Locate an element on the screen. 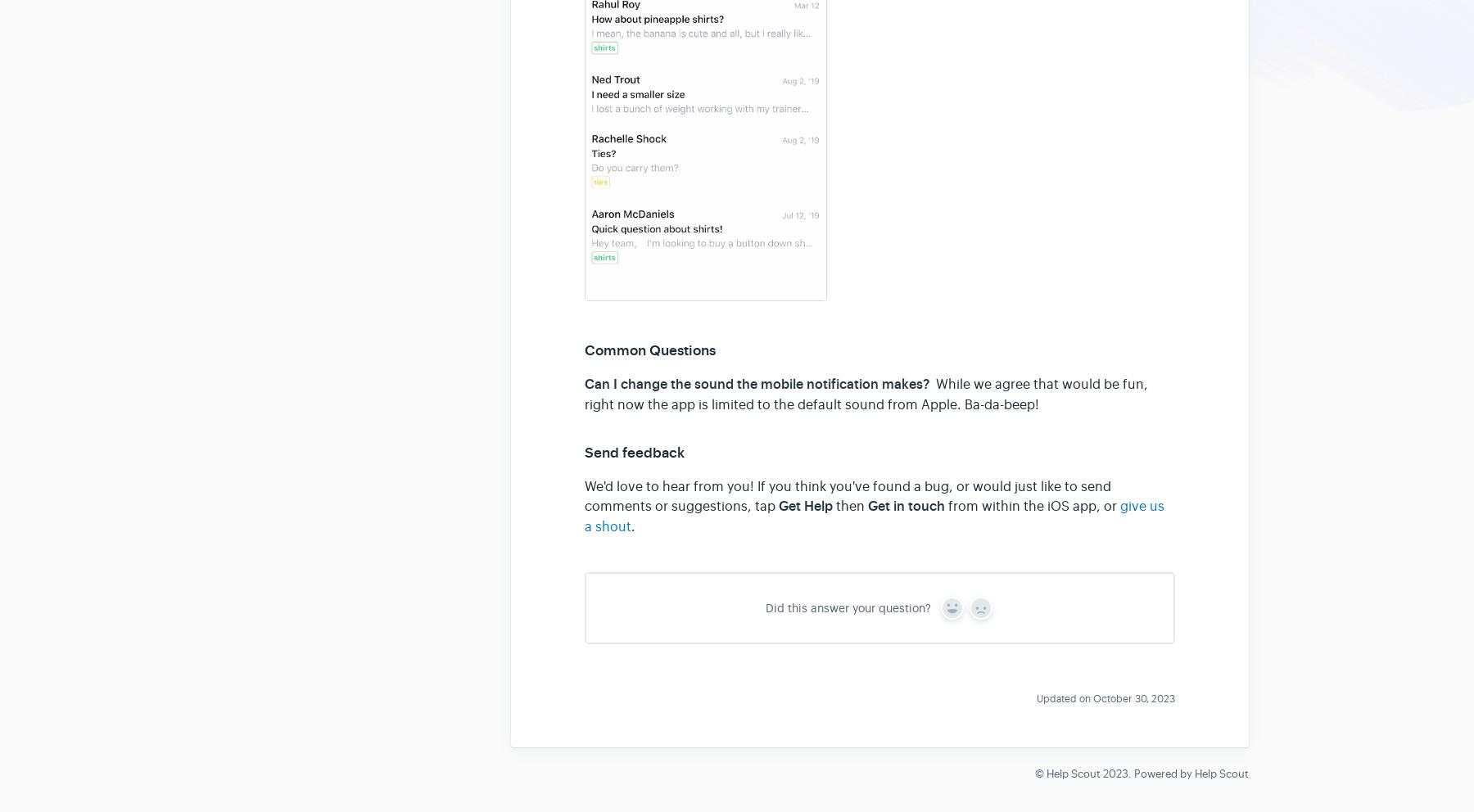 Image resolution: width=1474 pixels, height=812 pixels. 'Can I change the sound the mobile notification makes?' is located at coordinates (756, 383).